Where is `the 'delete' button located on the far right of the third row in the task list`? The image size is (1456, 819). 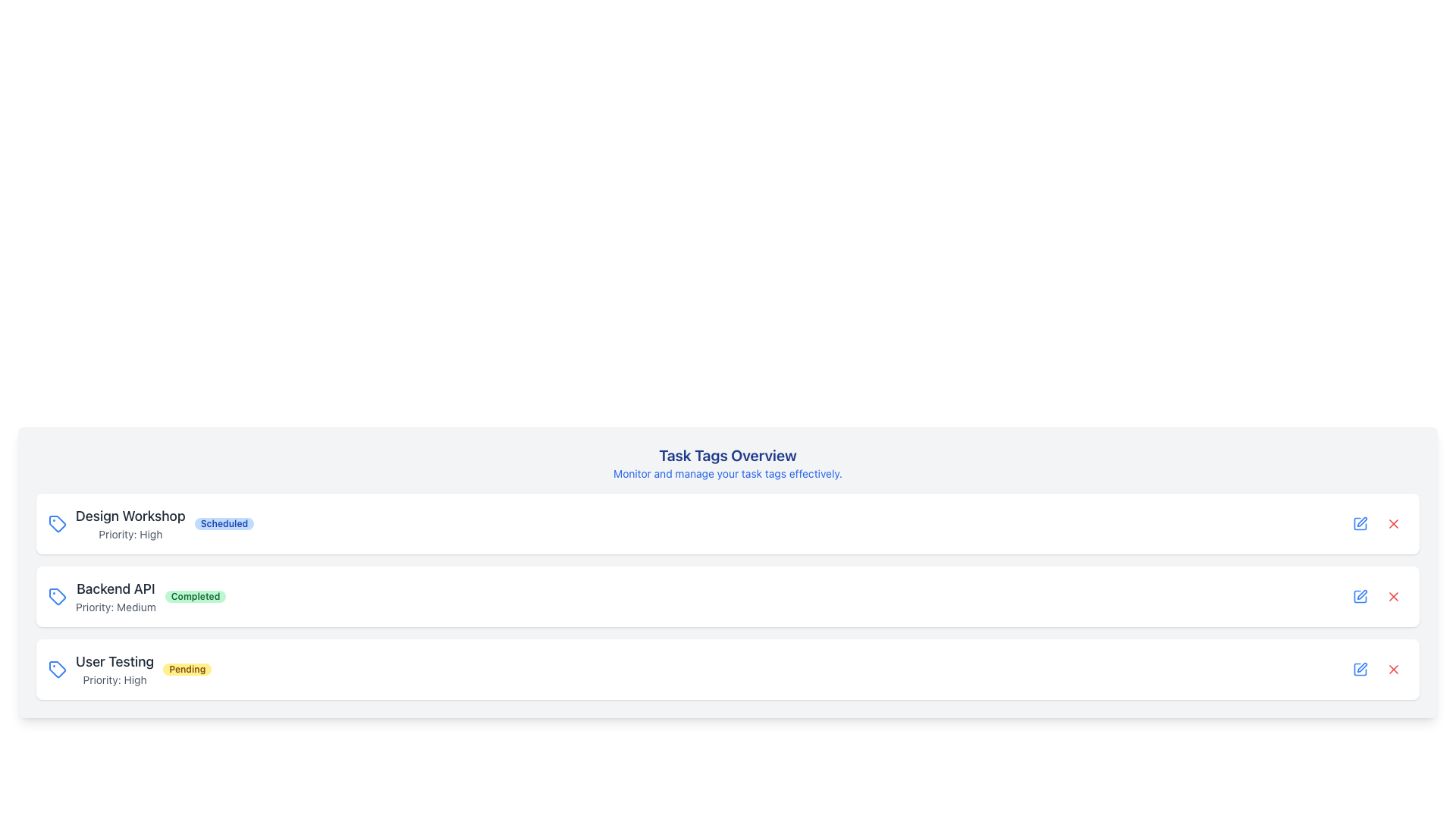
the 'delete' button located on the far right of the third row in the task list is located at coordinates (1394, 595).